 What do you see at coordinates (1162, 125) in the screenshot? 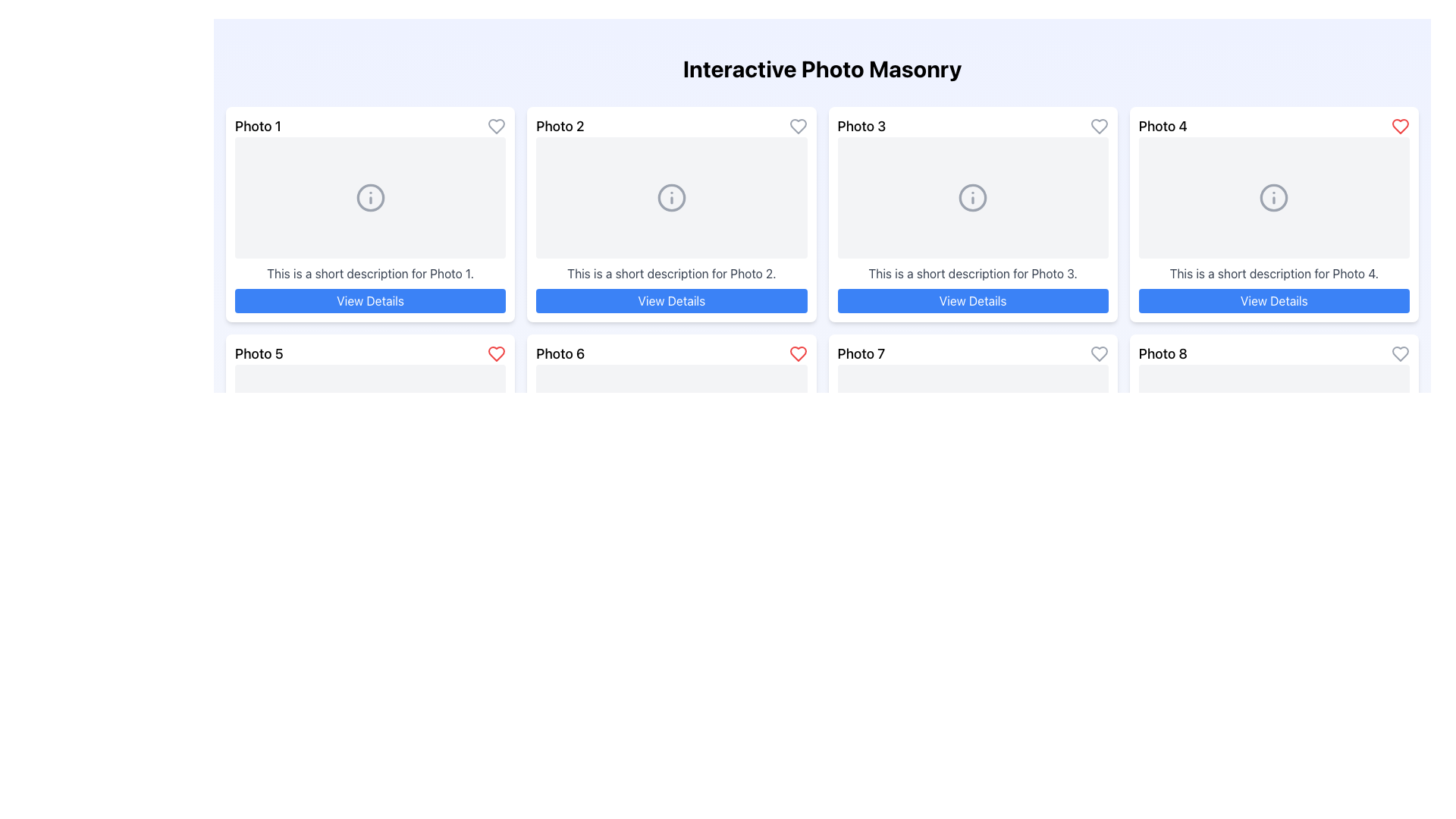
I see `the title label of the fourth photo card in the grid layout, which categorizes this card as 'Photo 4'` at bounding box center [1162, 125].